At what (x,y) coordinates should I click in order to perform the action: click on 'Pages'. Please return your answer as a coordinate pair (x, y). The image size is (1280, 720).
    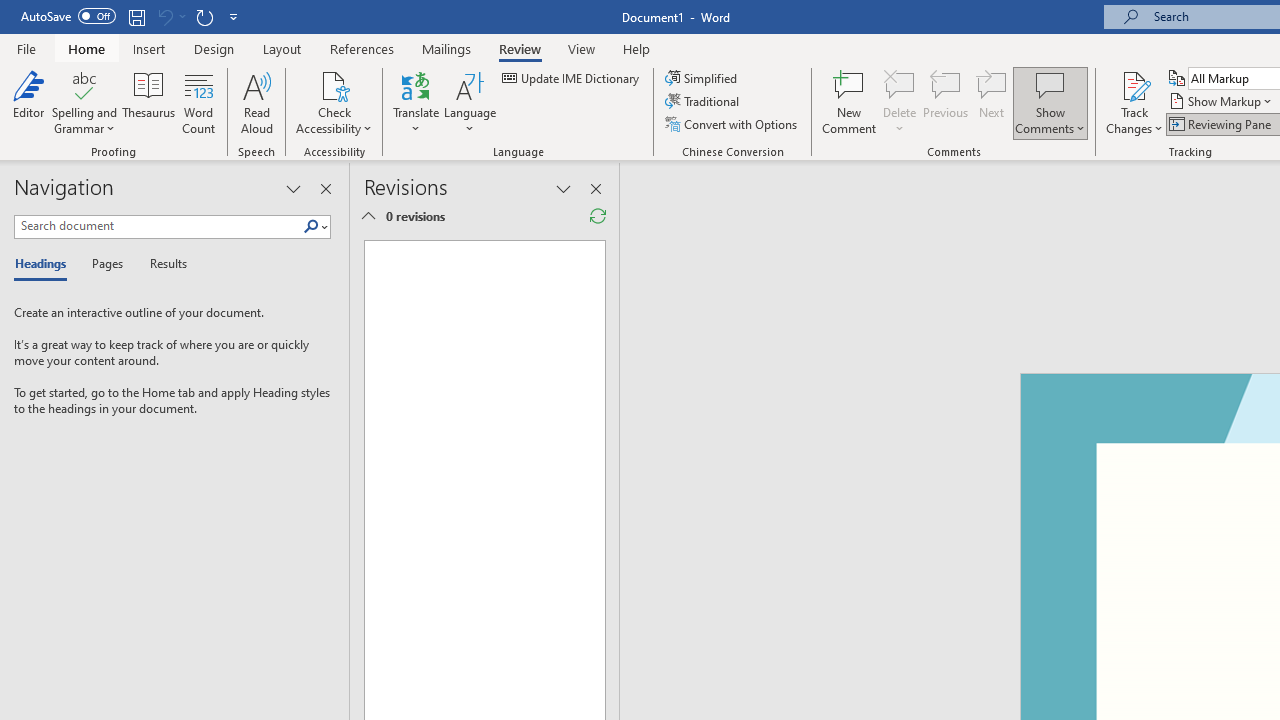
    Looking at the image, I should click on (104, 264).